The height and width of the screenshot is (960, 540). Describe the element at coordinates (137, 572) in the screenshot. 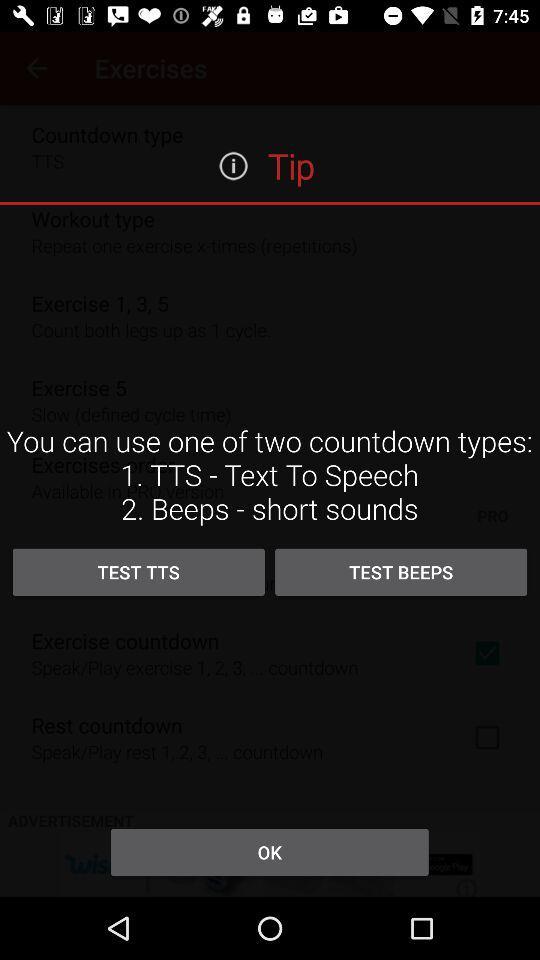

I see `the test tts on the left` at that location.